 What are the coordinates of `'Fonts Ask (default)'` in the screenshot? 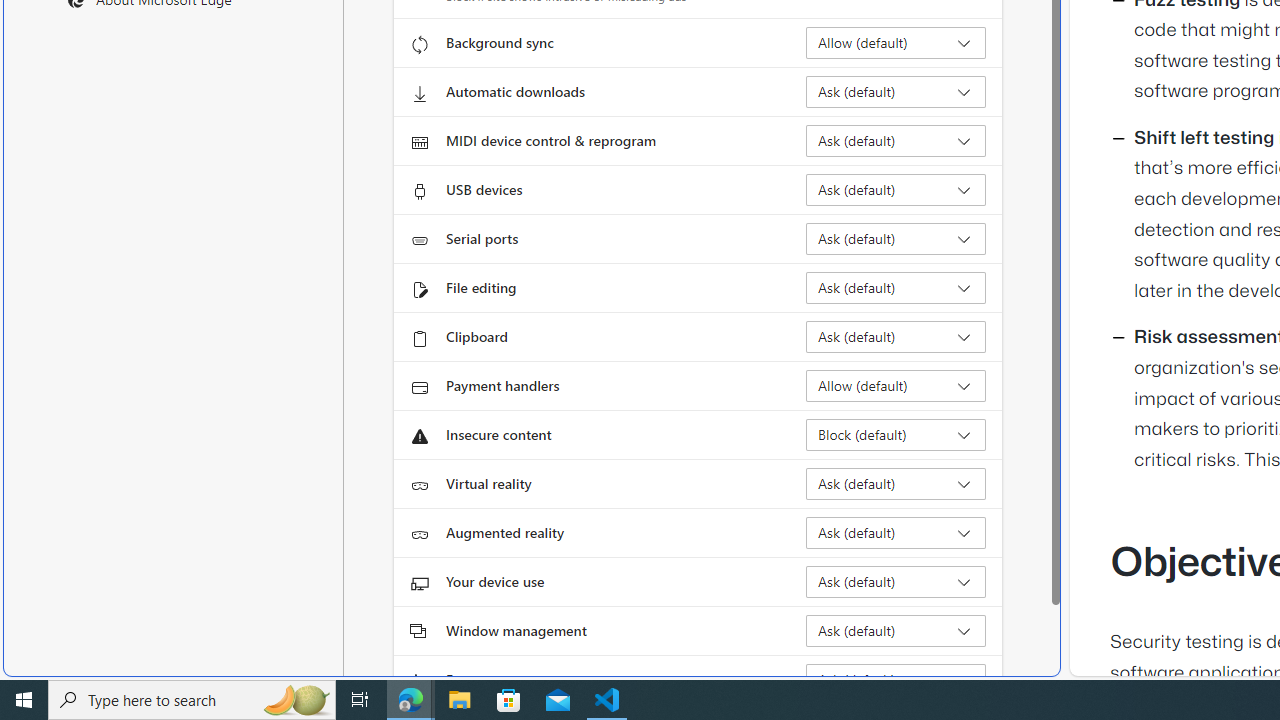 It's located at (895, 679).